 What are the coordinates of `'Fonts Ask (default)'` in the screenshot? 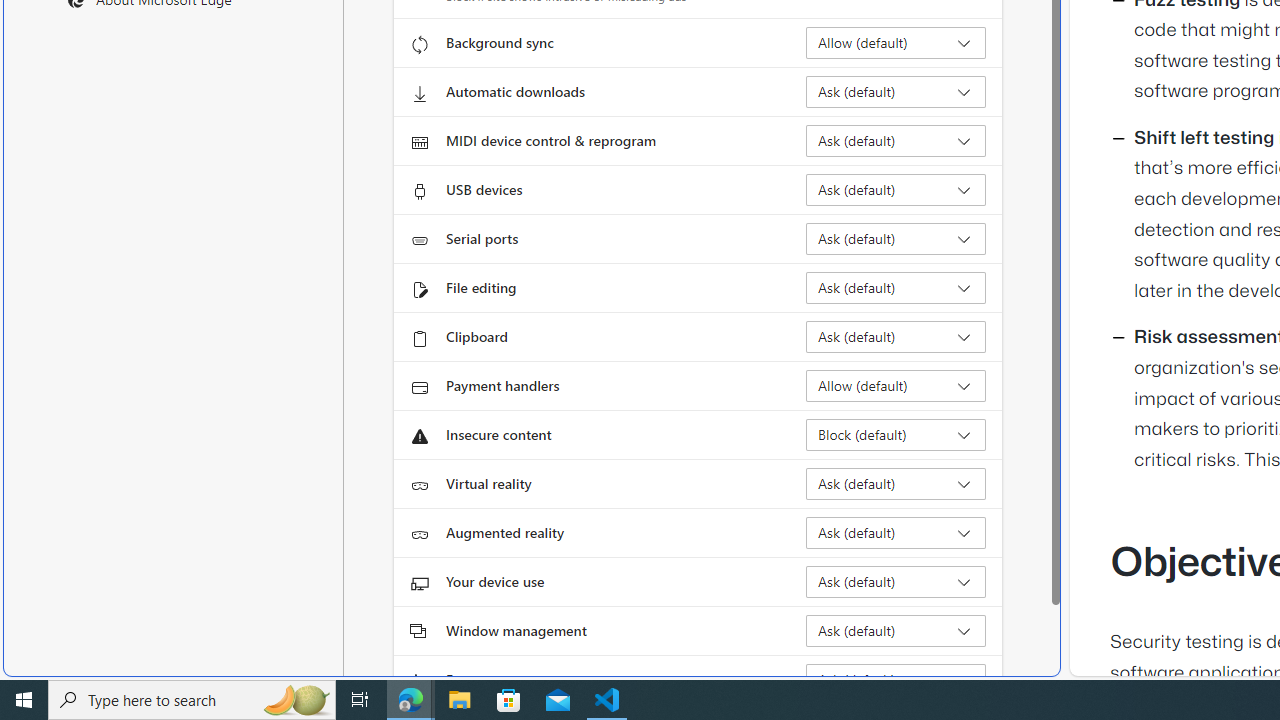 It's located at (895, 679).